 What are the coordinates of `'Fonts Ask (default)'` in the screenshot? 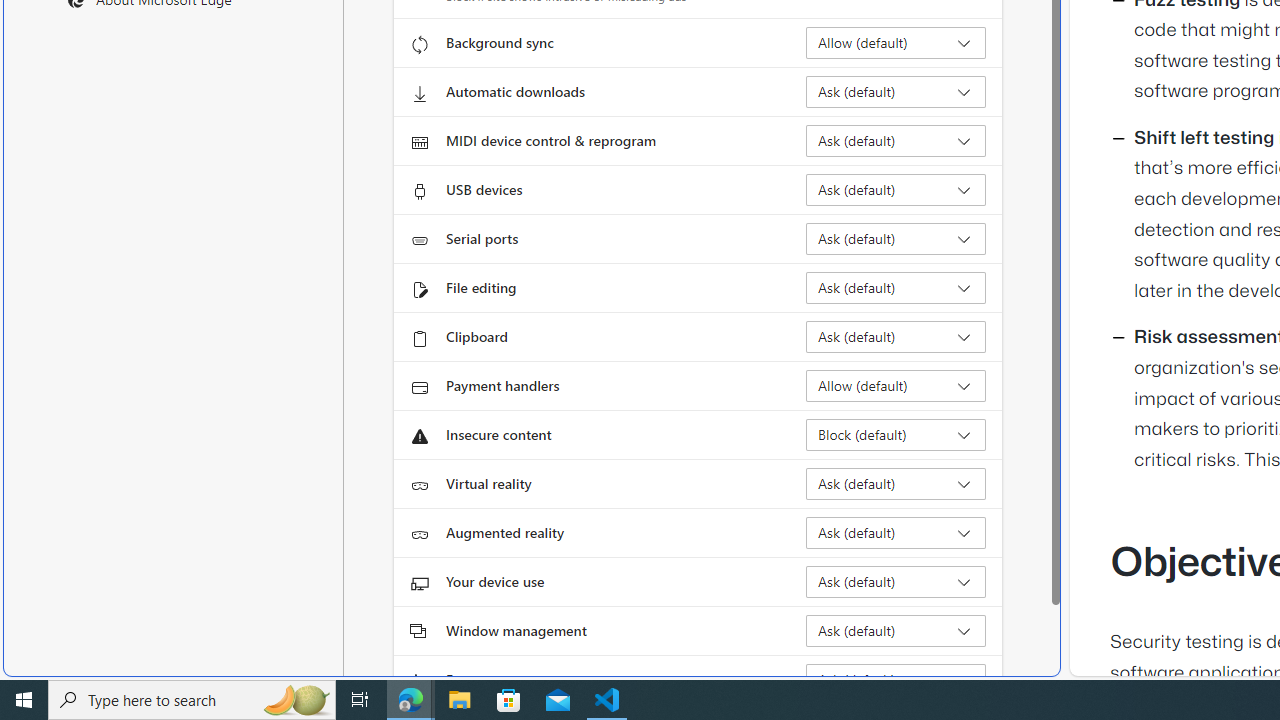 It's located at (895, 679).